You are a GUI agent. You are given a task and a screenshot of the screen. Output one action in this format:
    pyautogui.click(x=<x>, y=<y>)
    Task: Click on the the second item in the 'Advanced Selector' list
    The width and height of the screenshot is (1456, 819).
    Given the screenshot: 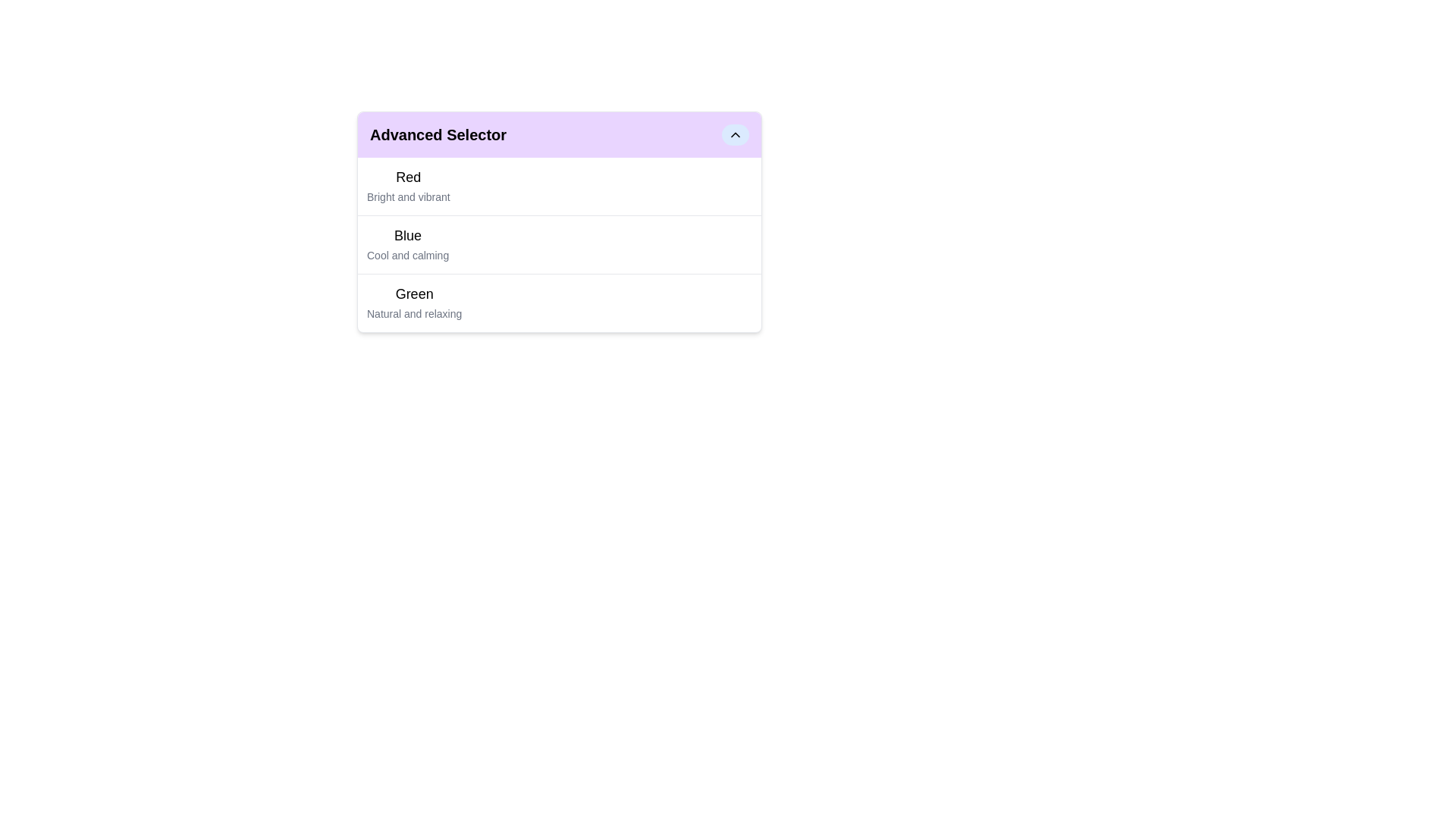 What is the action you would take?
    pyautogui.click(x=559, y=244)
    